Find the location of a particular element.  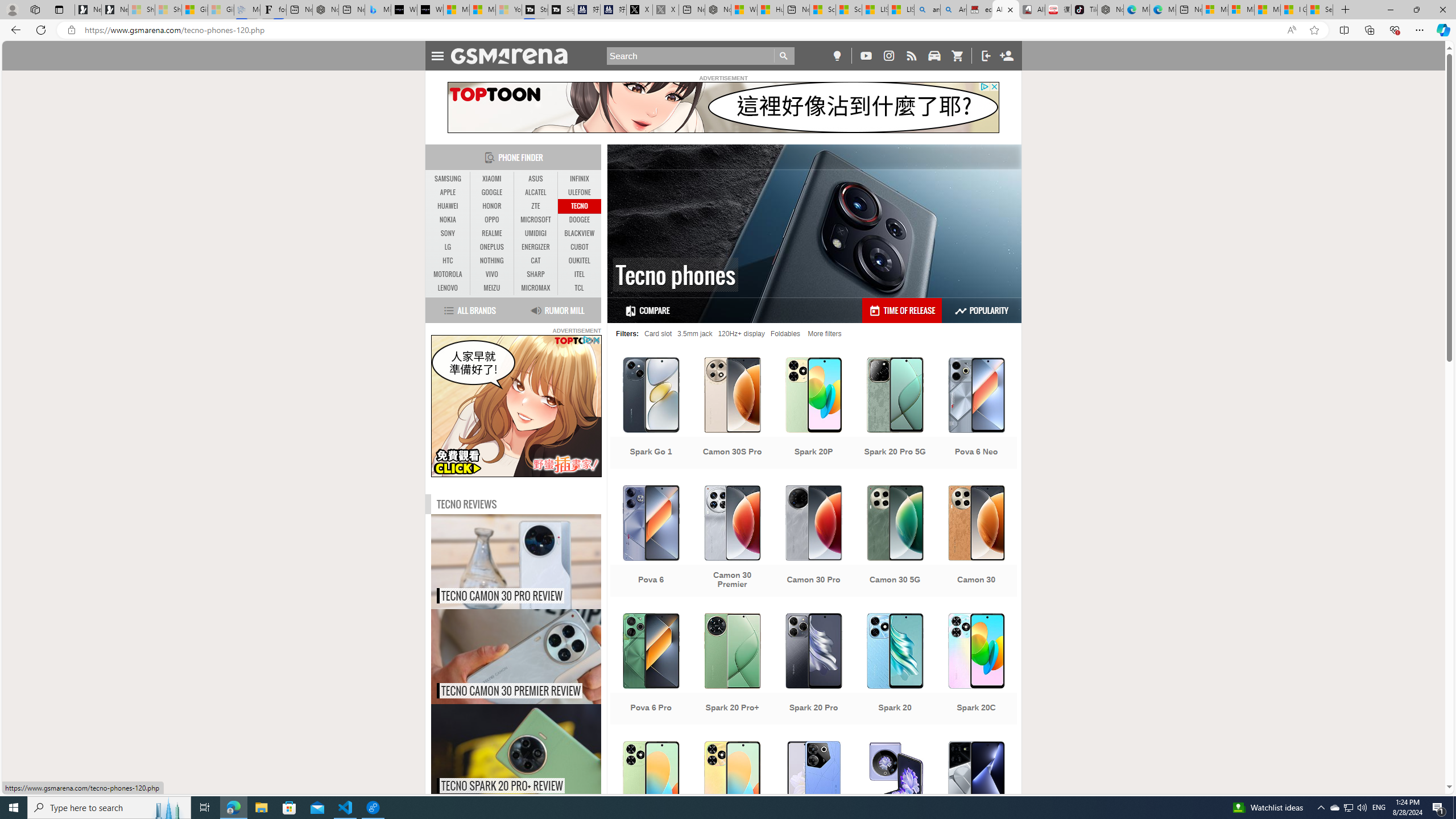

'REALME' is located at coordinates (491, 233).